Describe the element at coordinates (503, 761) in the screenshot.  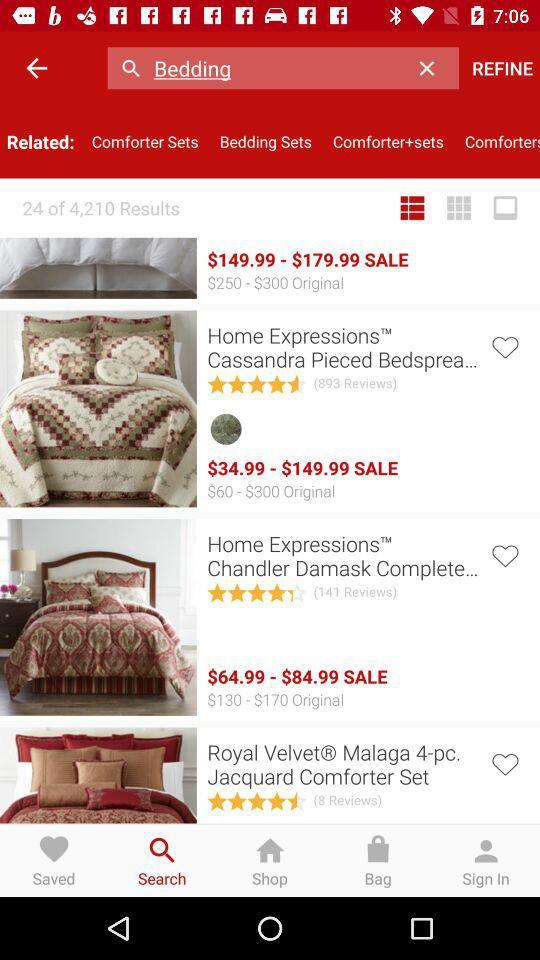
I see `to wish list` at that location.